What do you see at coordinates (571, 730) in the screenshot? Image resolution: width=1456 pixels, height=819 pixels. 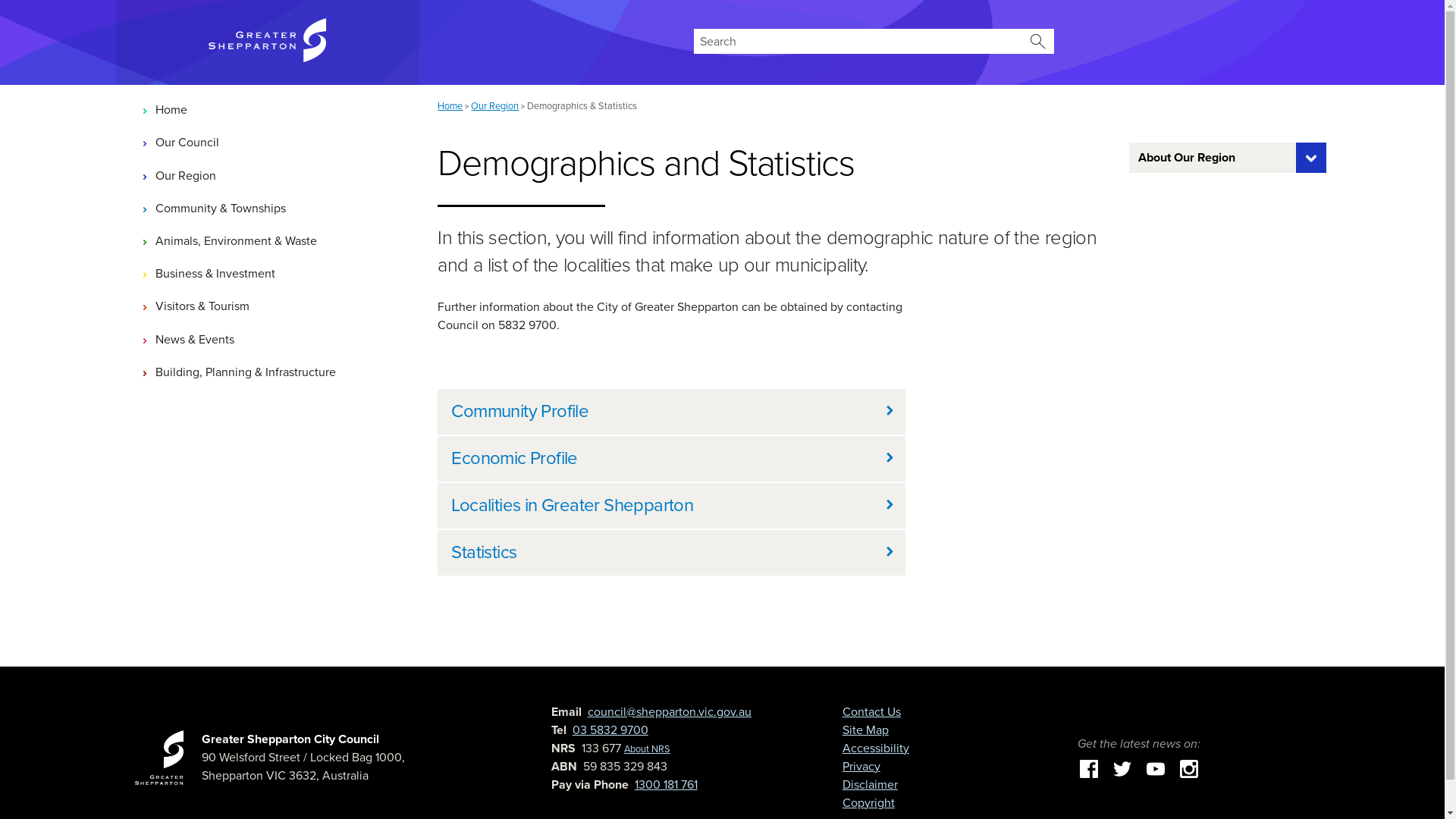 I see `'03 5832 9700'` at bounding box center [571, 730].